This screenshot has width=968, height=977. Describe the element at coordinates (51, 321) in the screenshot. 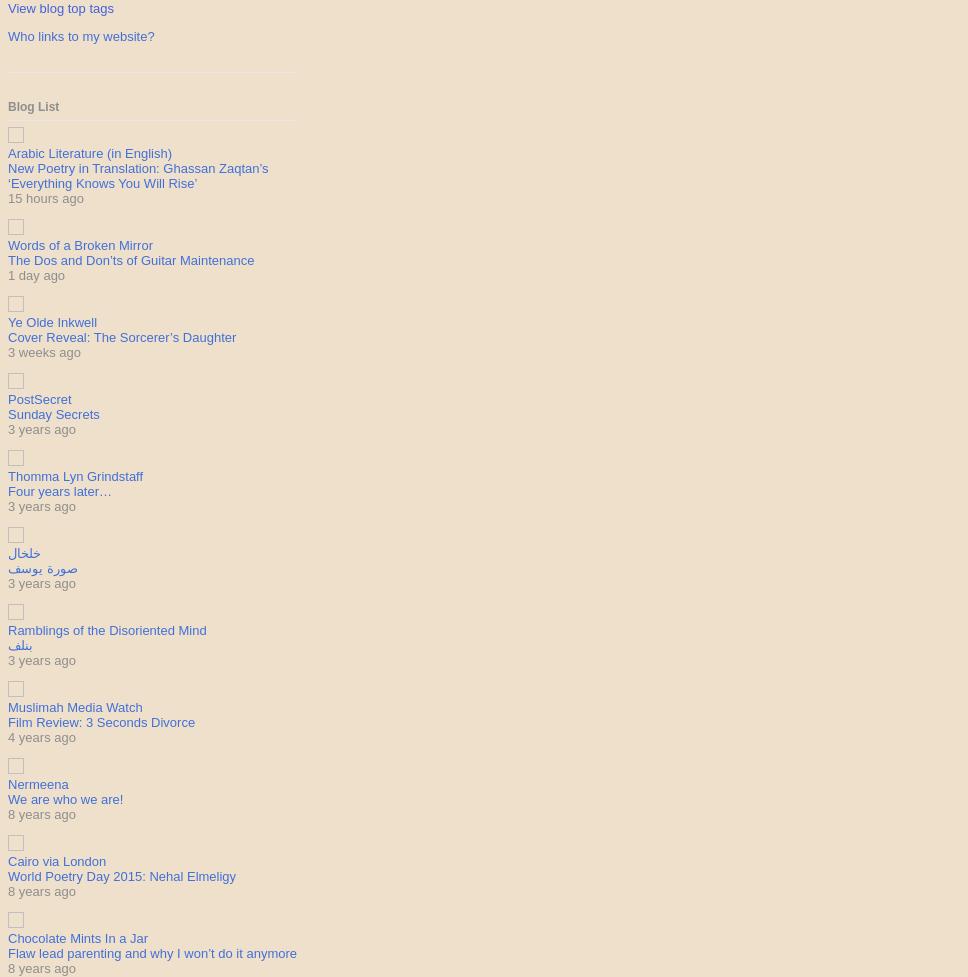

I see `'Ye Olde Inkwell'` at that location.